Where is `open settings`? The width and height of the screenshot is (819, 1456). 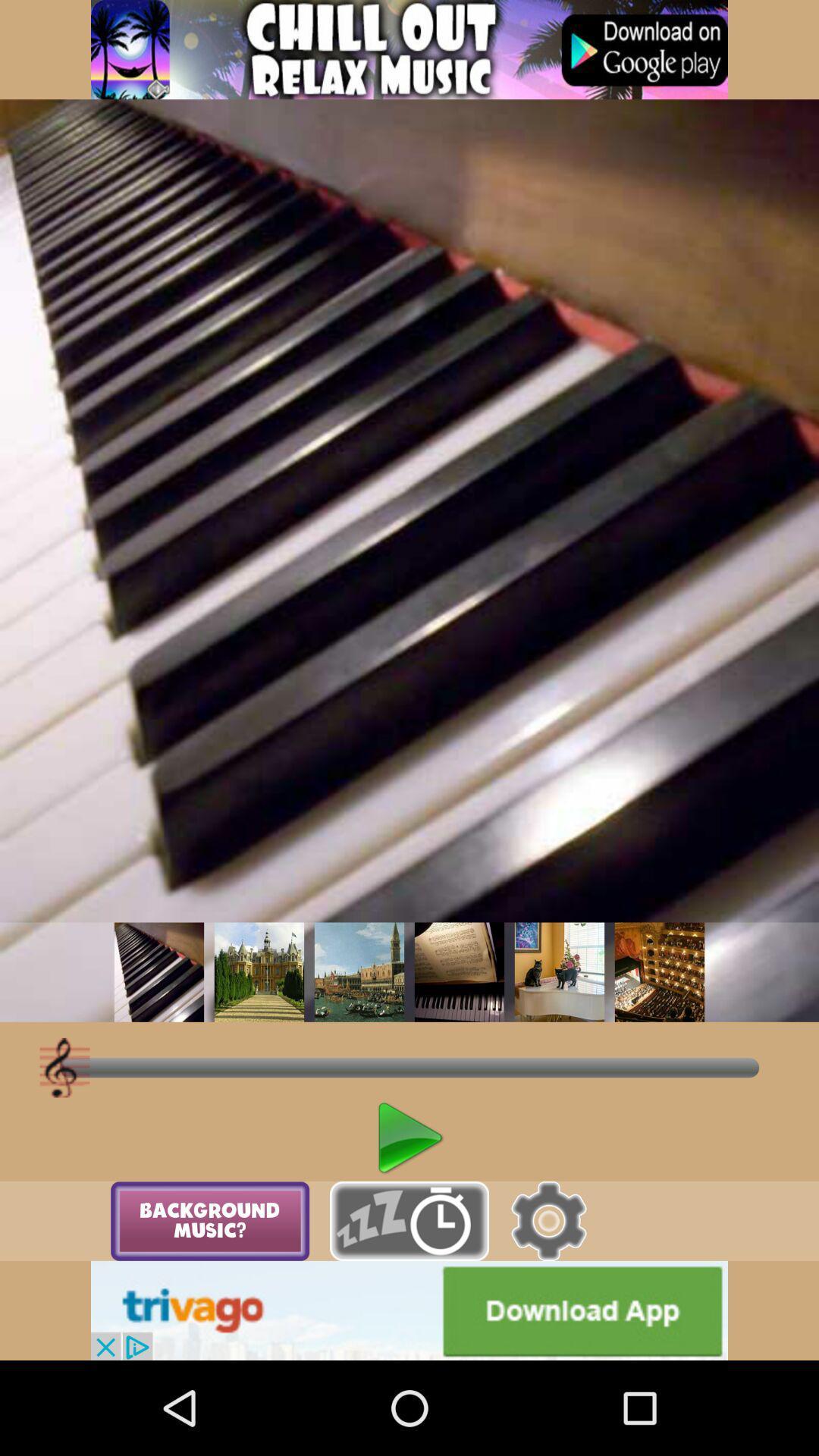
open settings is located at coordinates (548, 1221).